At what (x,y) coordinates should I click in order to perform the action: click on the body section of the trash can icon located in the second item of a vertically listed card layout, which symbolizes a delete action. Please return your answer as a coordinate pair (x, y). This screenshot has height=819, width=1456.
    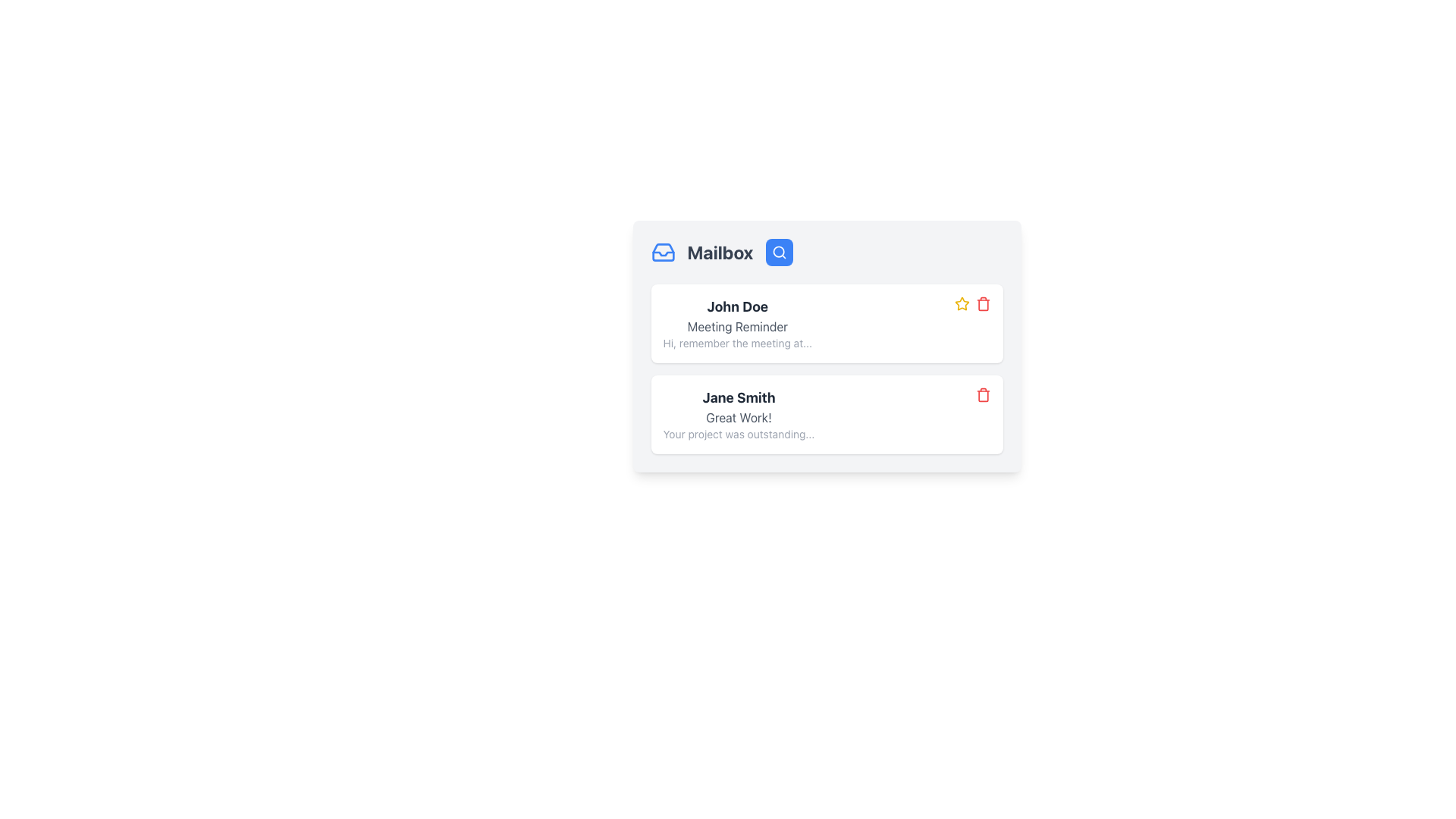
    Looking at the image, I should click on (983, 395).